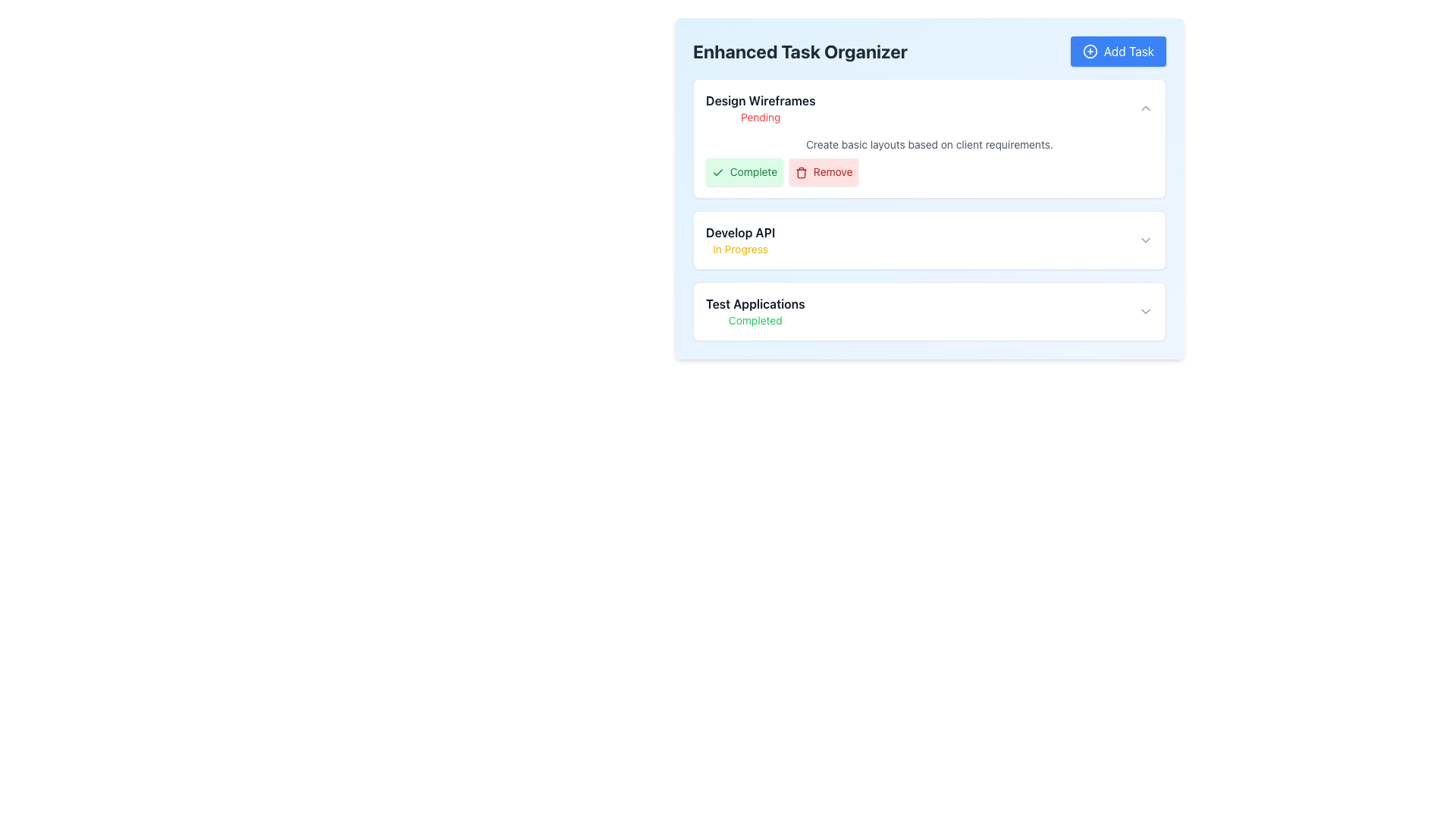  What do you see at coordinates (1146, 311) in the screenshot?
I see `the toggle chevron icon for the 'Test Applications' item to change its color` at bounding box center [1146, 311].